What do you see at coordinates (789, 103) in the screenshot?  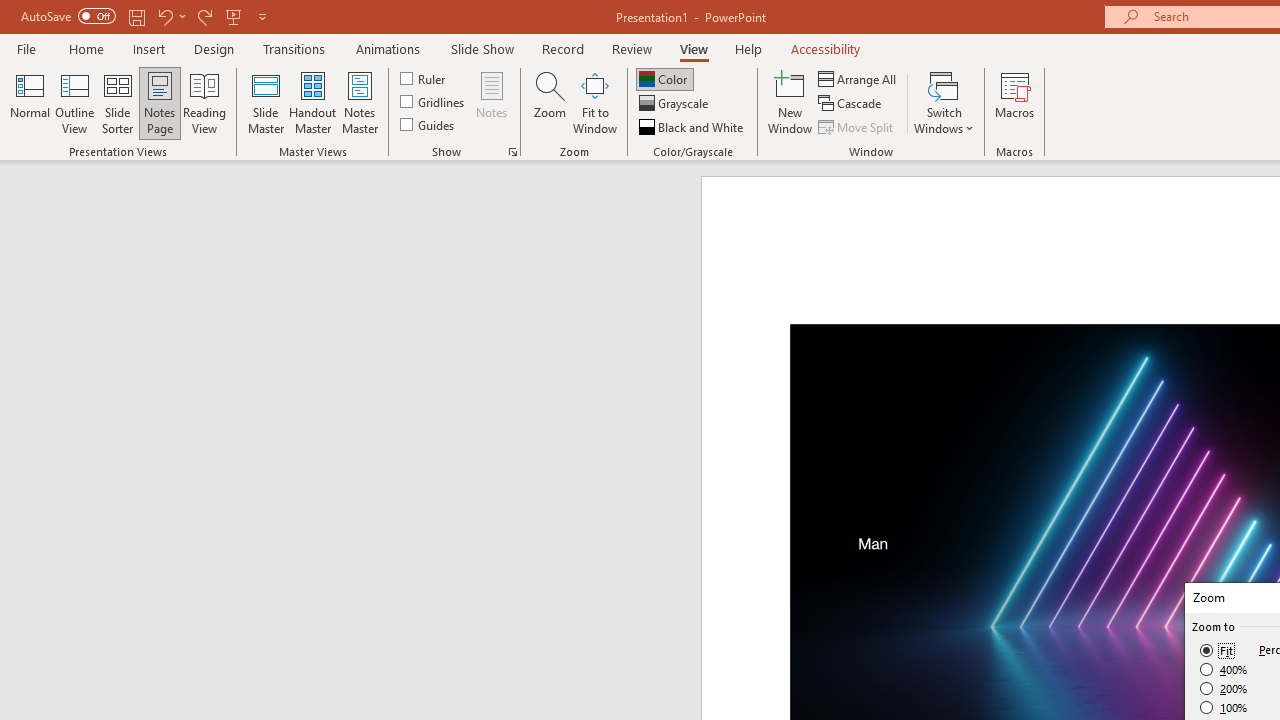 I see `'New Window'` at bounding box center [789, 103].